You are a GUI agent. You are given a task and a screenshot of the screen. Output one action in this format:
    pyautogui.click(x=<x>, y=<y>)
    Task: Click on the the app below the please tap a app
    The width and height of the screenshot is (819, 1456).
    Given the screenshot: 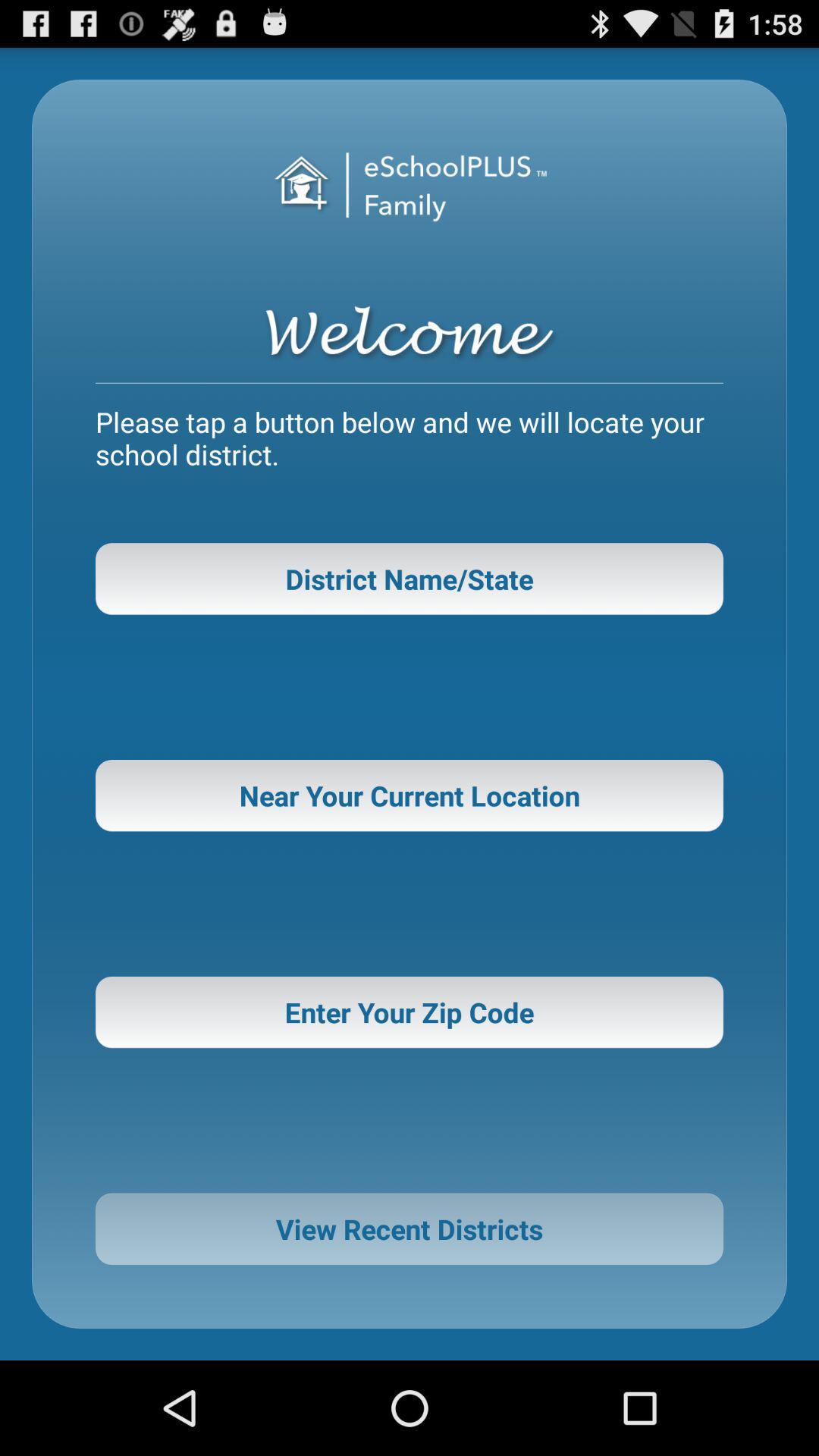 What is the action you would take?
    pyautogui.click(x=409, y=578)
    